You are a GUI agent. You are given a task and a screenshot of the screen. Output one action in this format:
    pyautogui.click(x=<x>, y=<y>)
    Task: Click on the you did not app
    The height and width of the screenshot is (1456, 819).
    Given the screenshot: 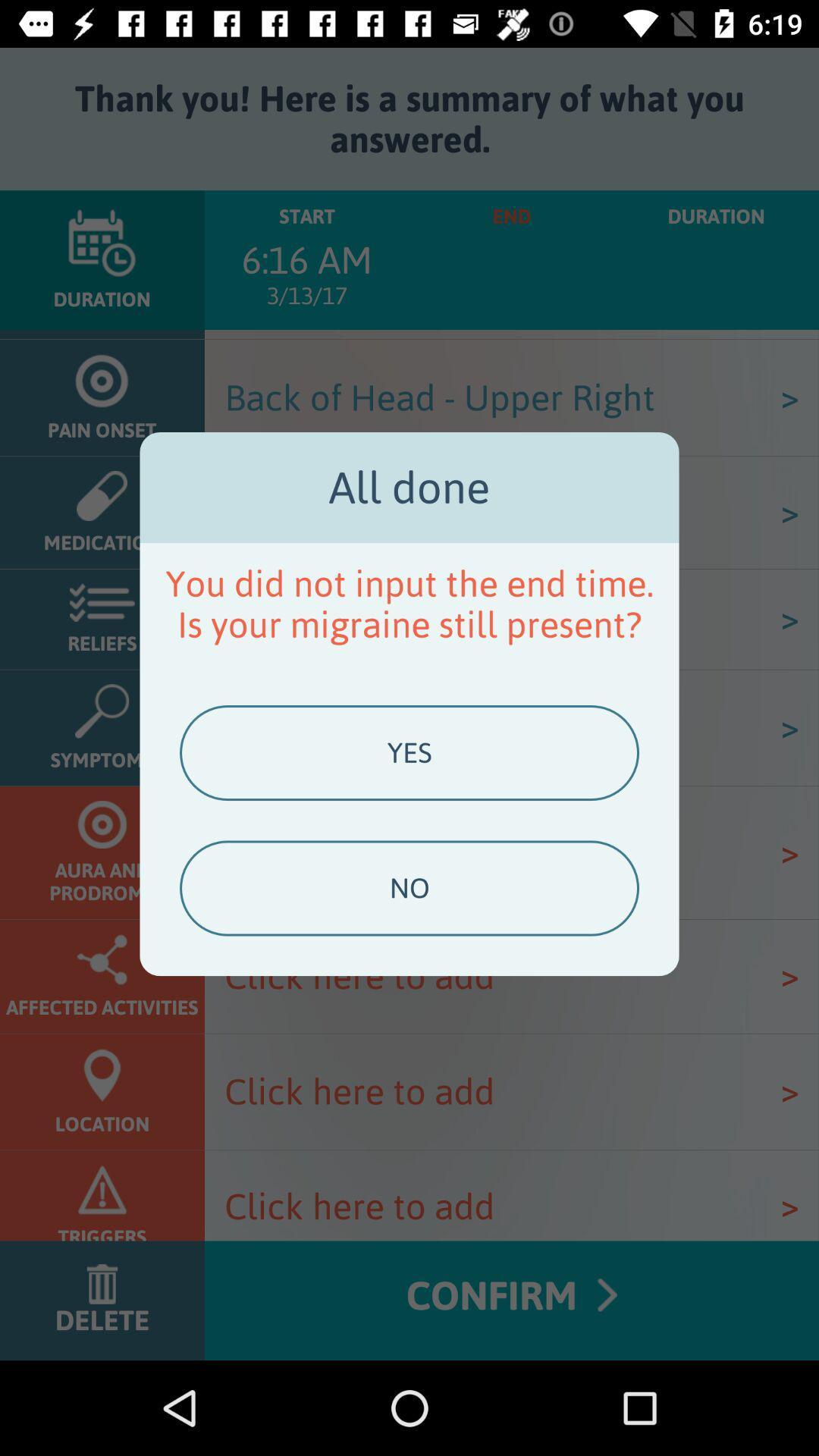 What is the action you would take?
    pyautogui.click(x=409, y=603)
    